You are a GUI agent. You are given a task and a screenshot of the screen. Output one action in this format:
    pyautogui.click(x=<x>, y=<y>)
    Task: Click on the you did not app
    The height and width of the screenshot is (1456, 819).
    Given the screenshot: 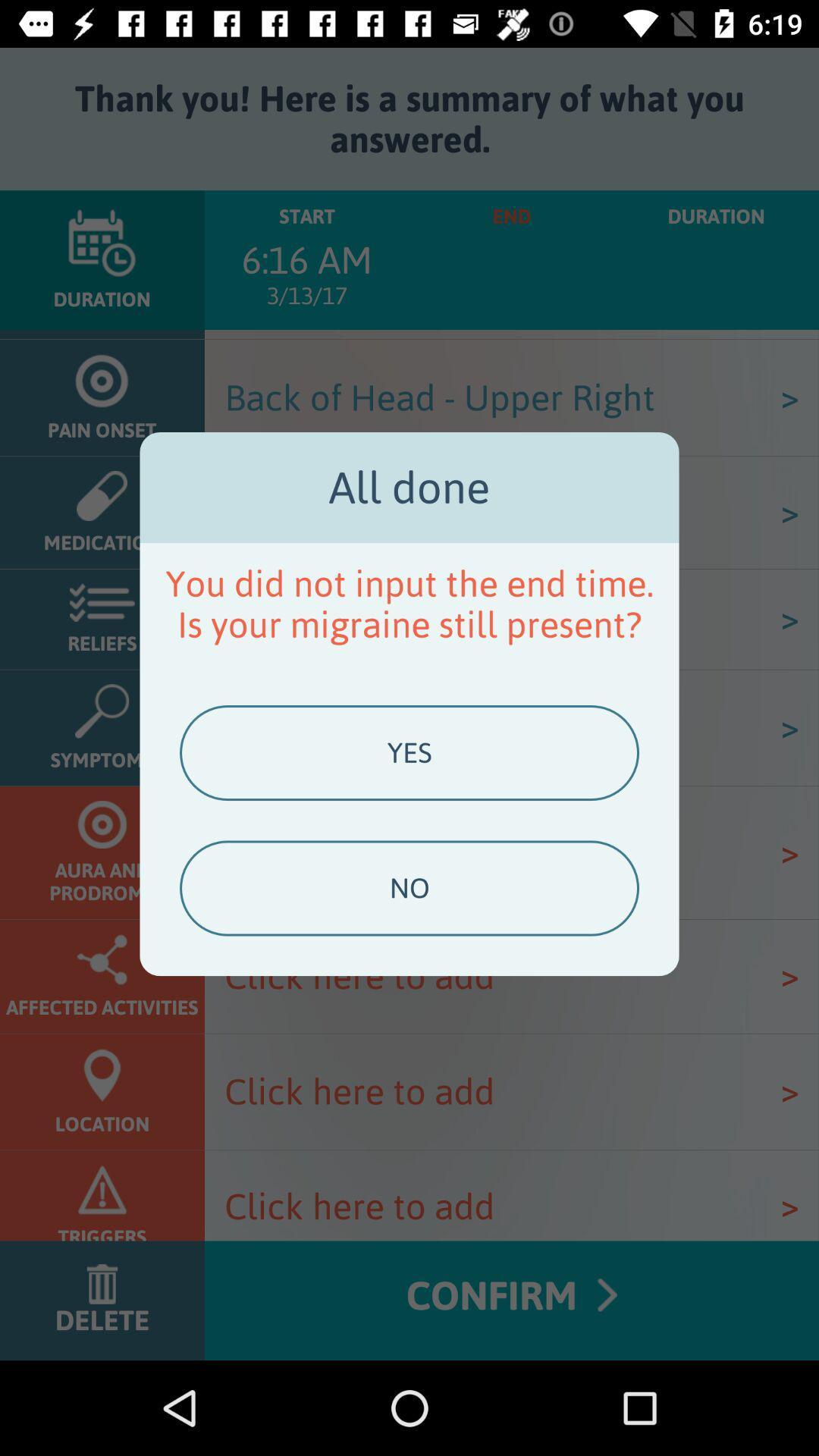 What is the action you would take?
    pyautogui.click(x=409, y=603)
    